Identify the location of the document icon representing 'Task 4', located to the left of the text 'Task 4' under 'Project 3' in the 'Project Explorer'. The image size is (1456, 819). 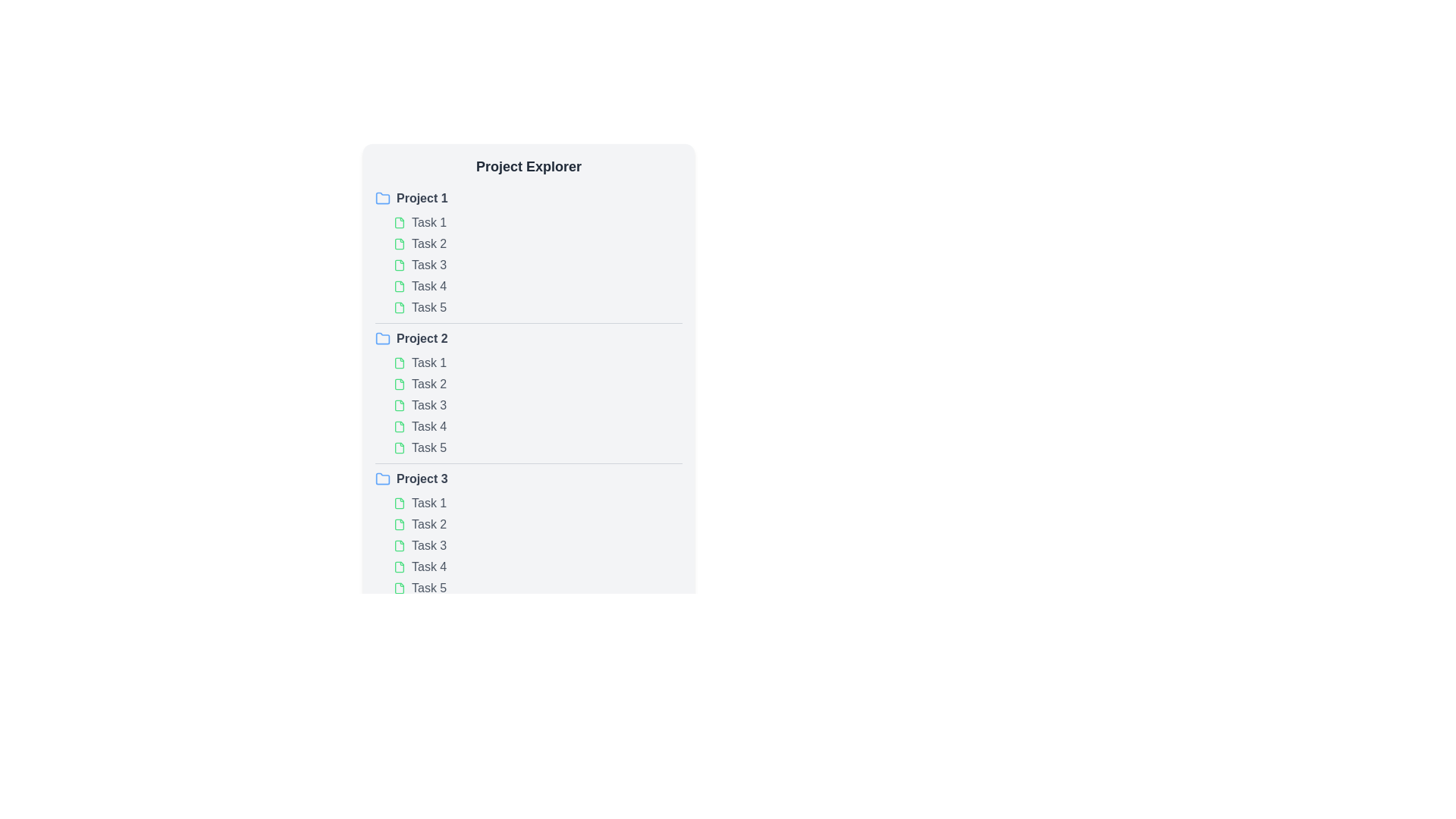
(400, 567).